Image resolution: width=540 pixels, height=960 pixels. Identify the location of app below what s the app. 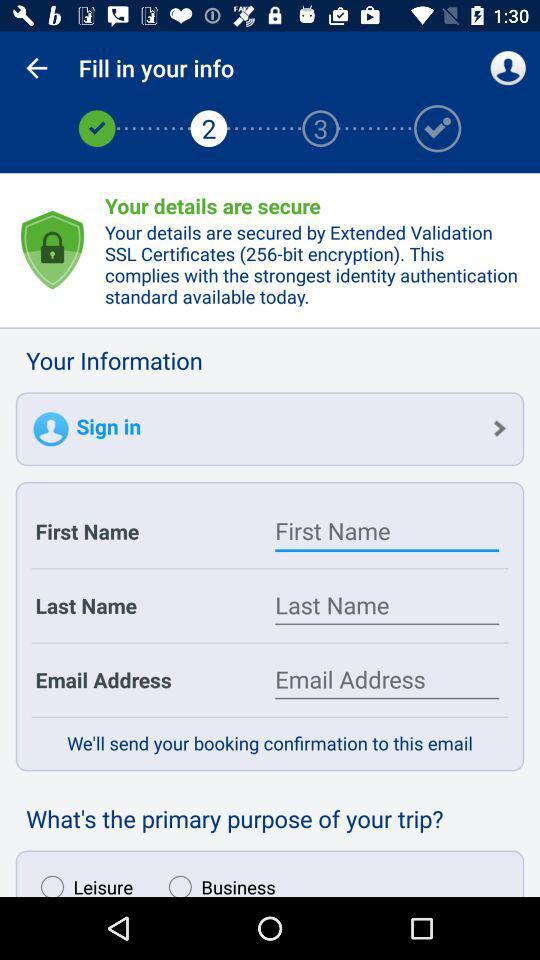
(216, 880).